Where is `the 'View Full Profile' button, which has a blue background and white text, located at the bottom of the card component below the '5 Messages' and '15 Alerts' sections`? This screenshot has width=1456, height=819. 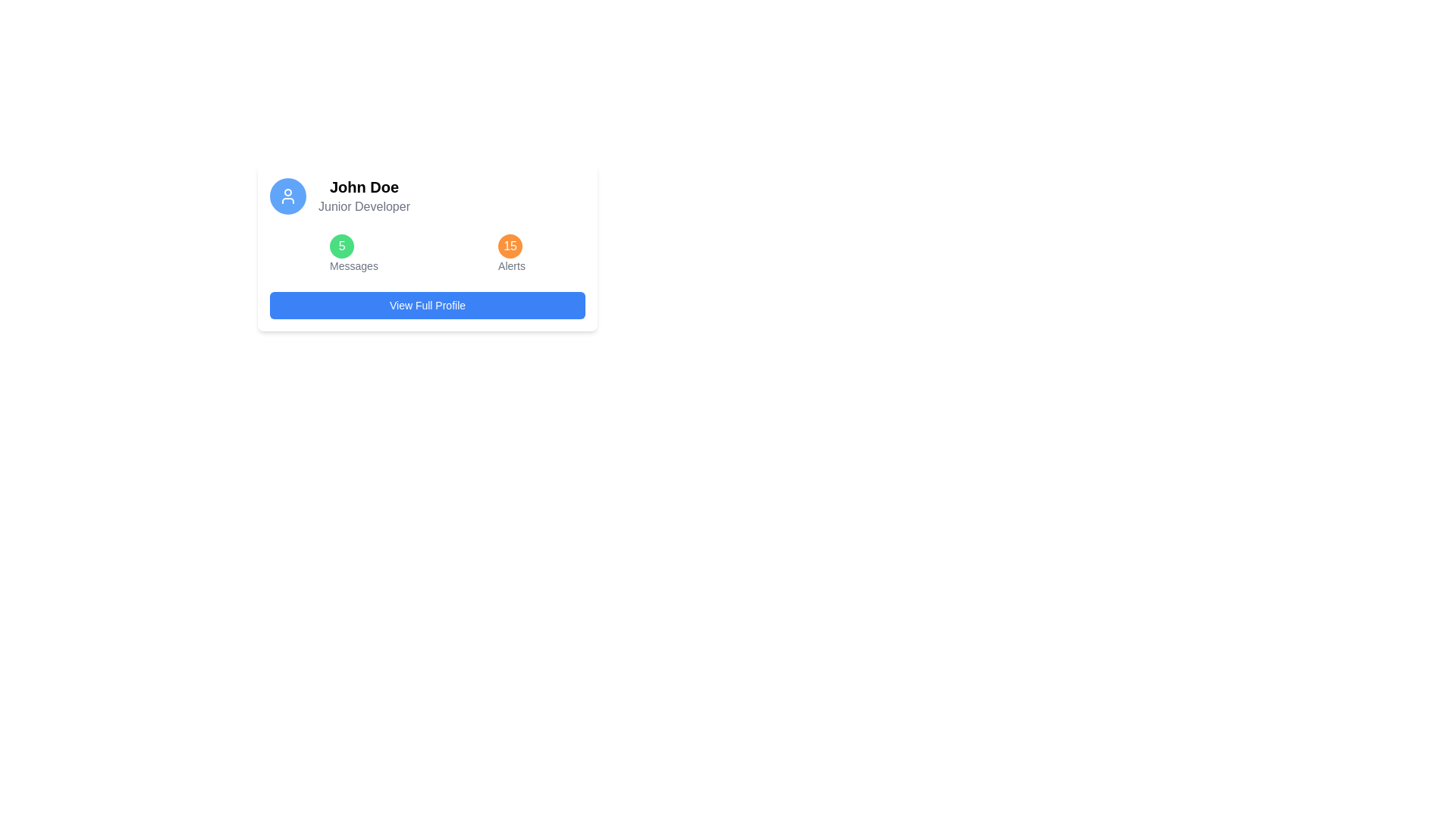 the 'View Full Profile' button, which has a blue background and white text, located at the bottom of the card component below the '5 Messages' and '15 Alerts' sections is located at coordinates (427, 305).